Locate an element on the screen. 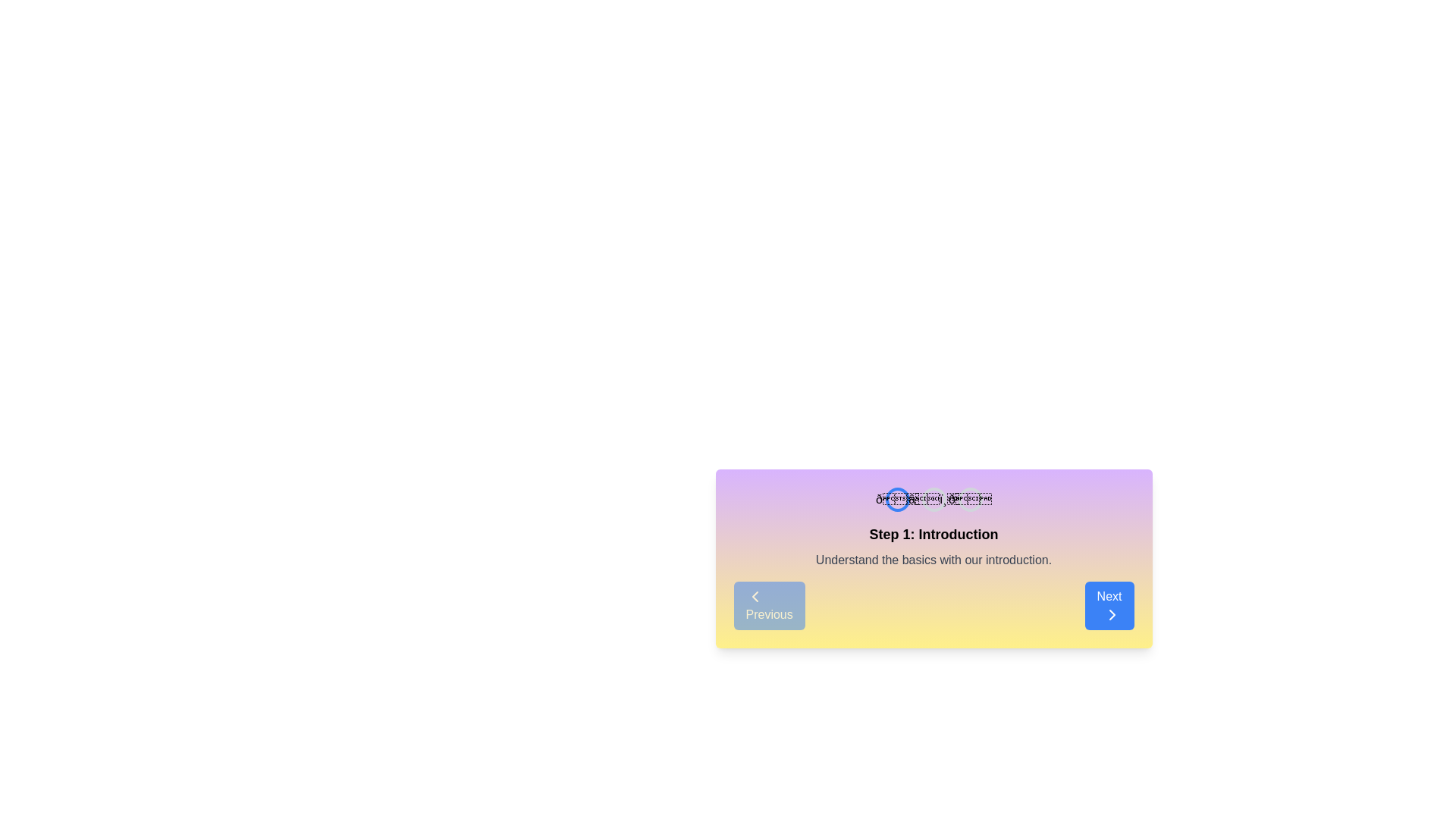  the second icon in the set of three icons that serves as a step indicator for the multi-step process, located above the section titled 'Step 1: Introduction' is located at coordinates (932, 500).